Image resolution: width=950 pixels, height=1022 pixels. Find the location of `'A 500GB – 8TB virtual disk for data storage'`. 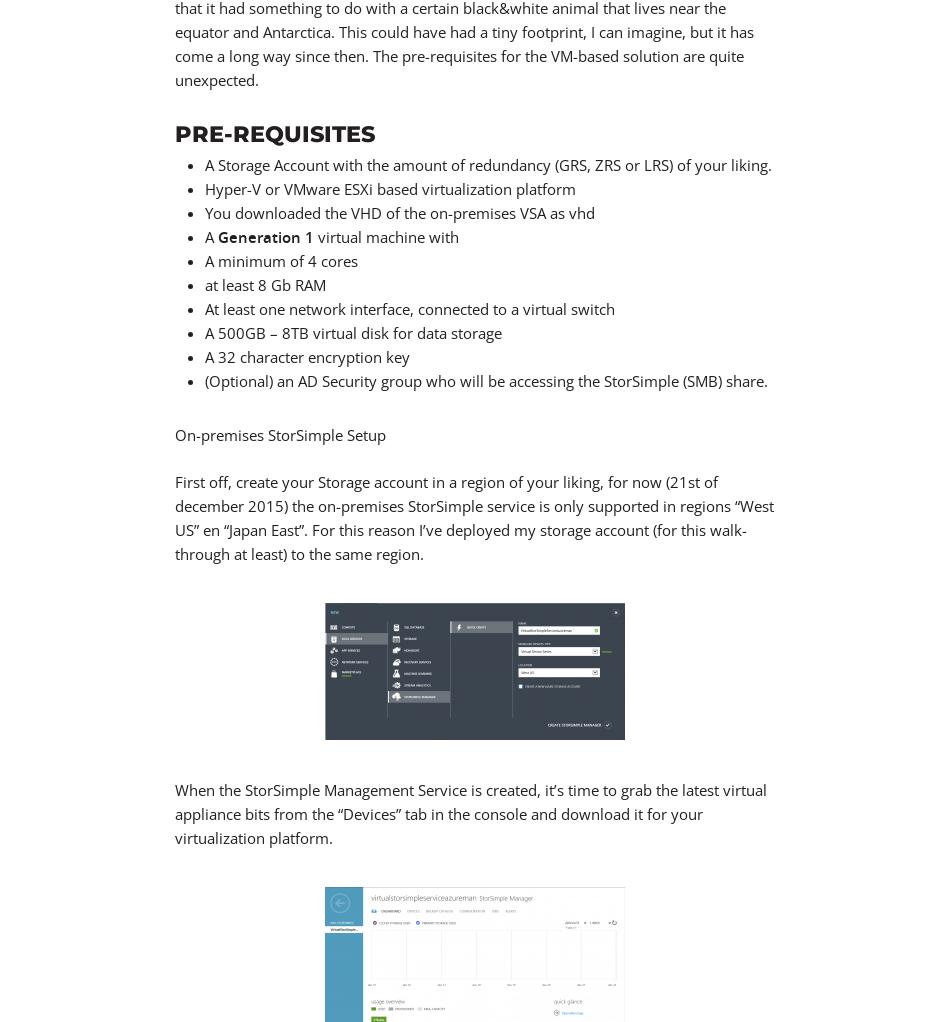

'A 500GB – 8TB virtual disk for data storage' is located at coordinates (352, 332).